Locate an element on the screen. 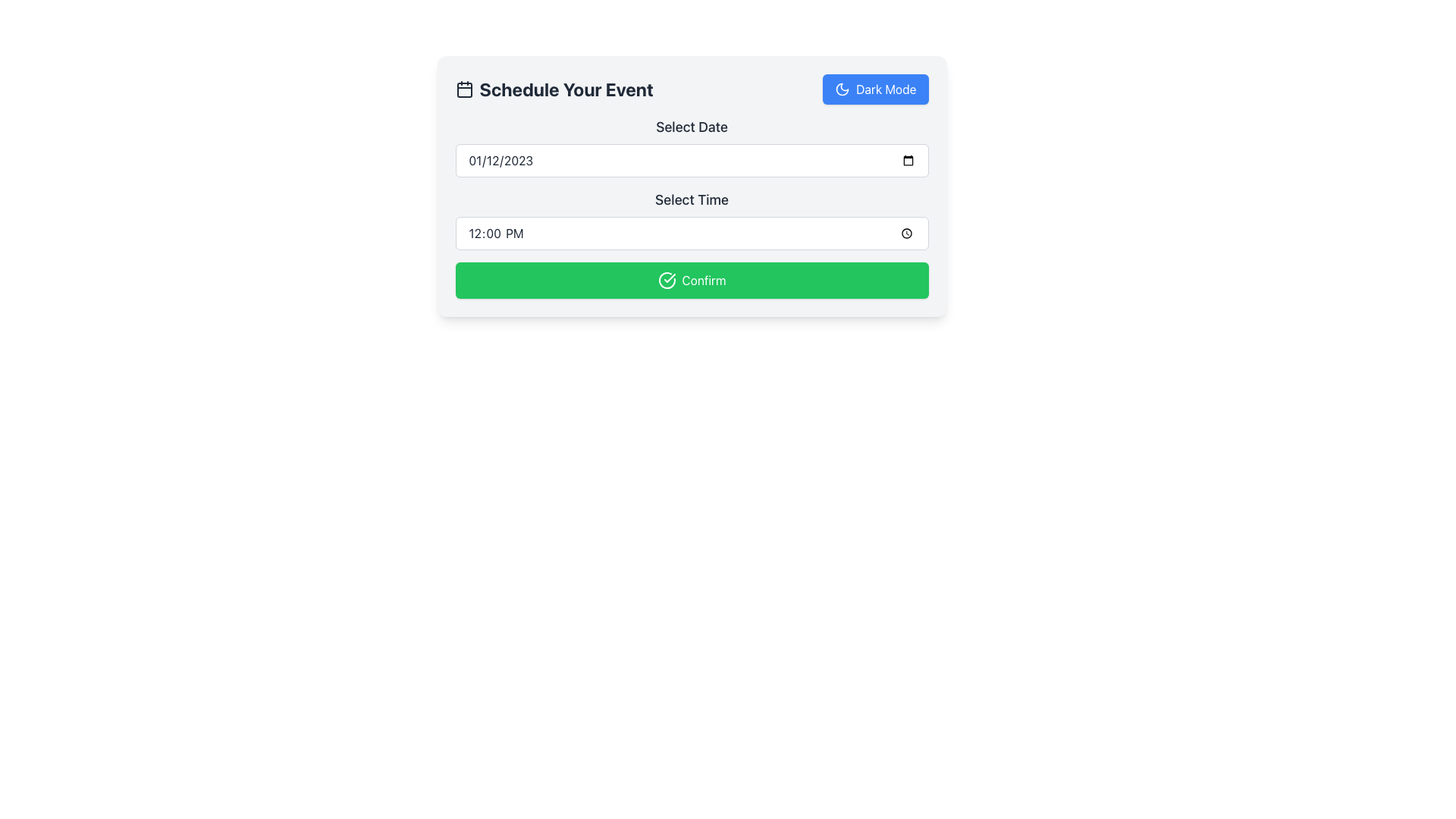  the 'Confirm' button, which is a horizontally centered button with rounded corners, a vivid green background, a white circle-check icon, and white text located at the bottom of the dialog box is located at coordinates (691, 281).